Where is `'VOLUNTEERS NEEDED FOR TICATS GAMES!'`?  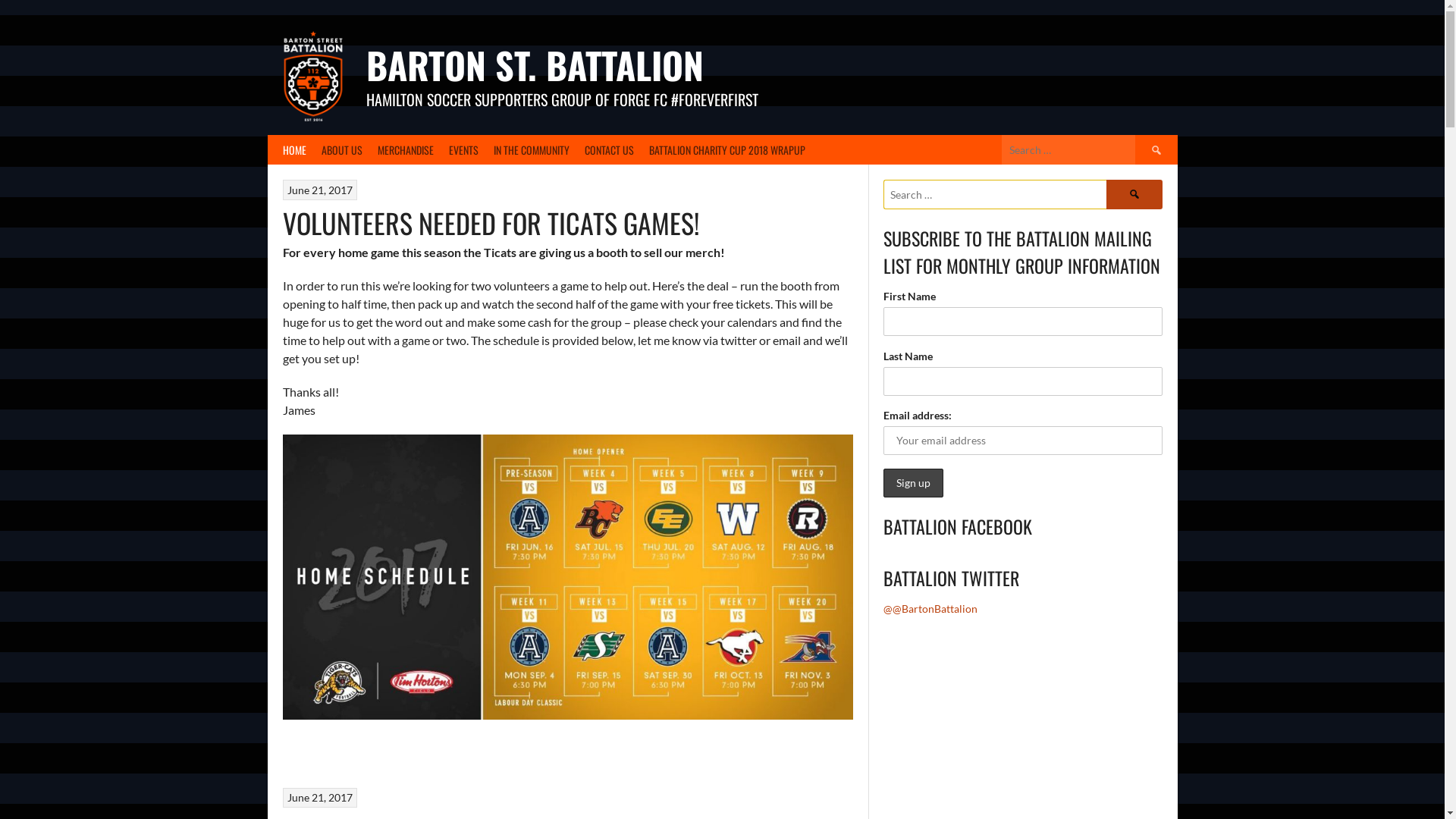
'VOLUNTEERS NEEDED FOR TICATS GAMES!' is located at coordinates (490, 221).